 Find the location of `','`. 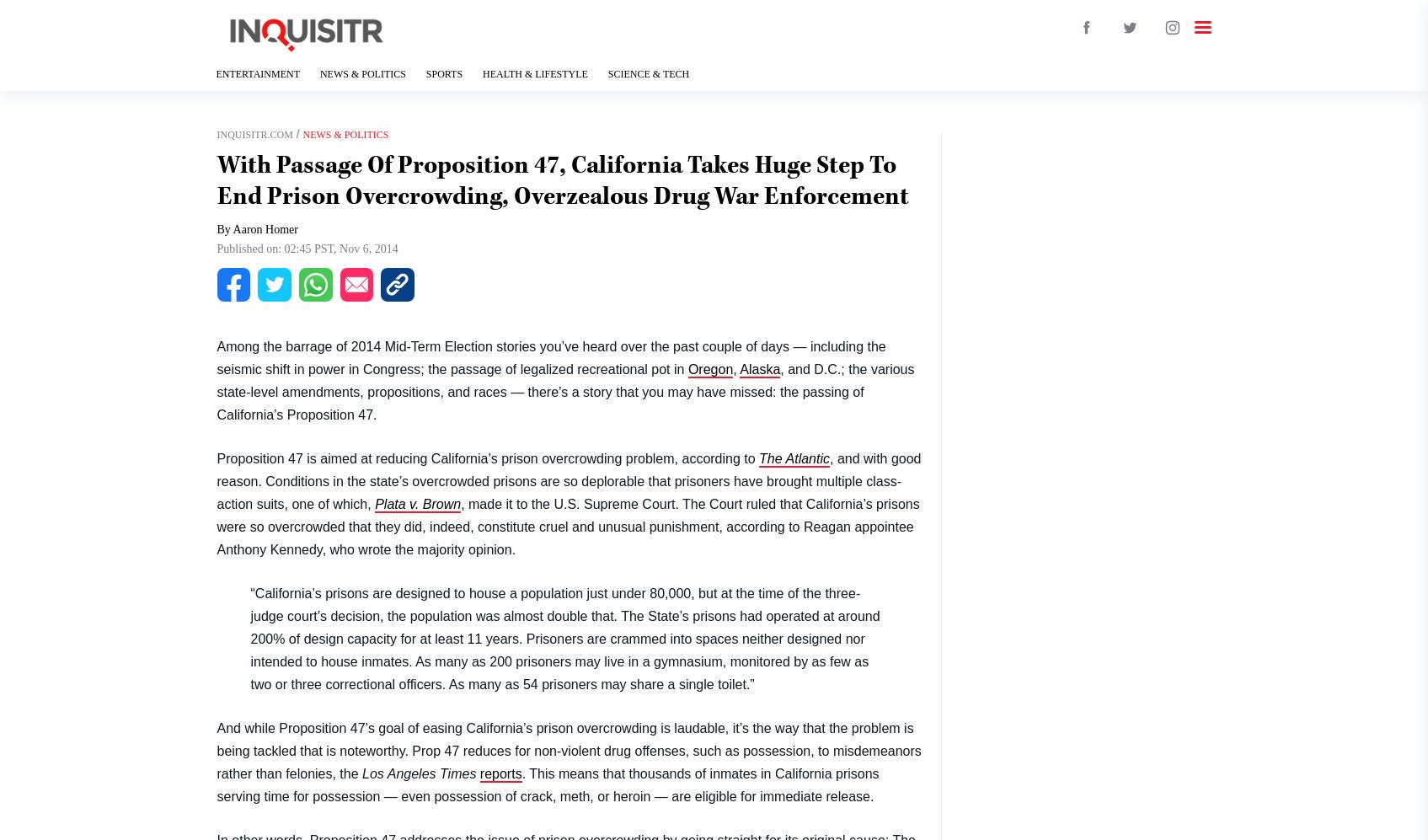

',' is located at coordinates (735, 367).